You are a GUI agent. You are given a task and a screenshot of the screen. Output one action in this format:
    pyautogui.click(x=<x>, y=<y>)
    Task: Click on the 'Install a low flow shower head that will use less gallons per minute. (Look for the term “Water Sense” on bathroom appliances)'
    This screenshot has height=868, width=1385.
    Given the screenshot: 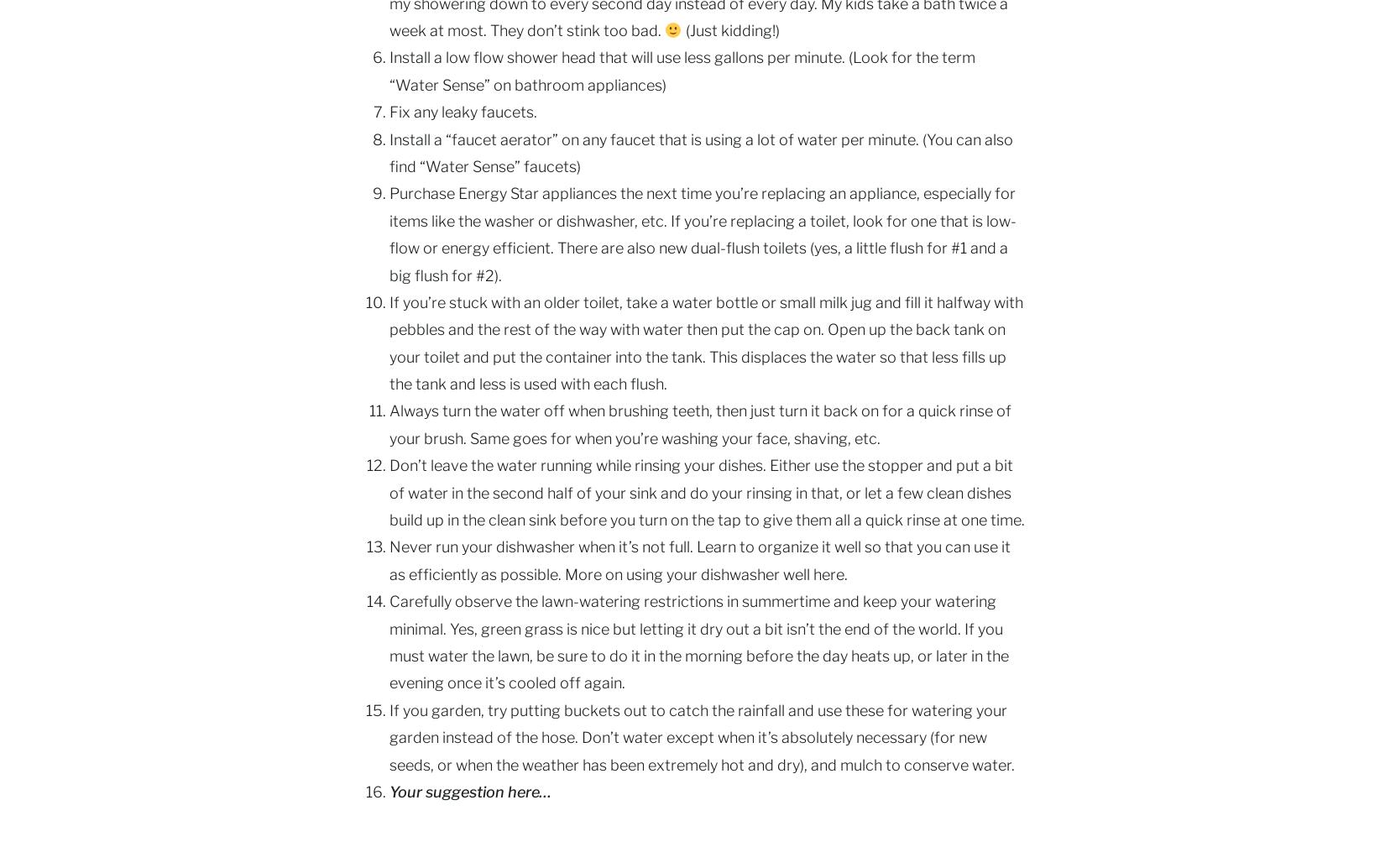 What is the action you would take?
    pyautogui.click(x=388, y=71)
    